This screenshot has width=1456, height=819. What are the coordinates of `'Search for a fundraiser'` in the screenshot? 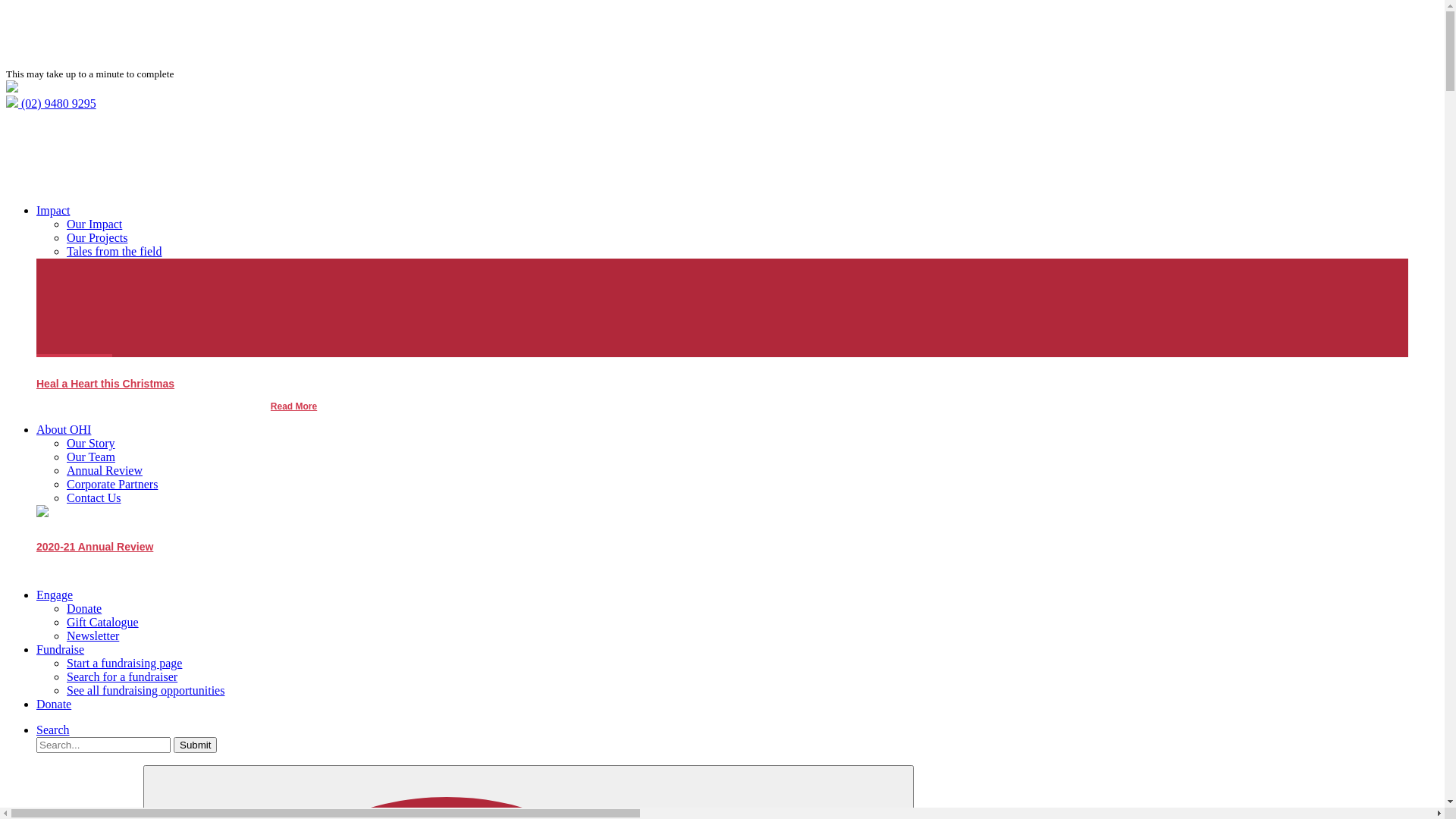 It's located at (65, 676).